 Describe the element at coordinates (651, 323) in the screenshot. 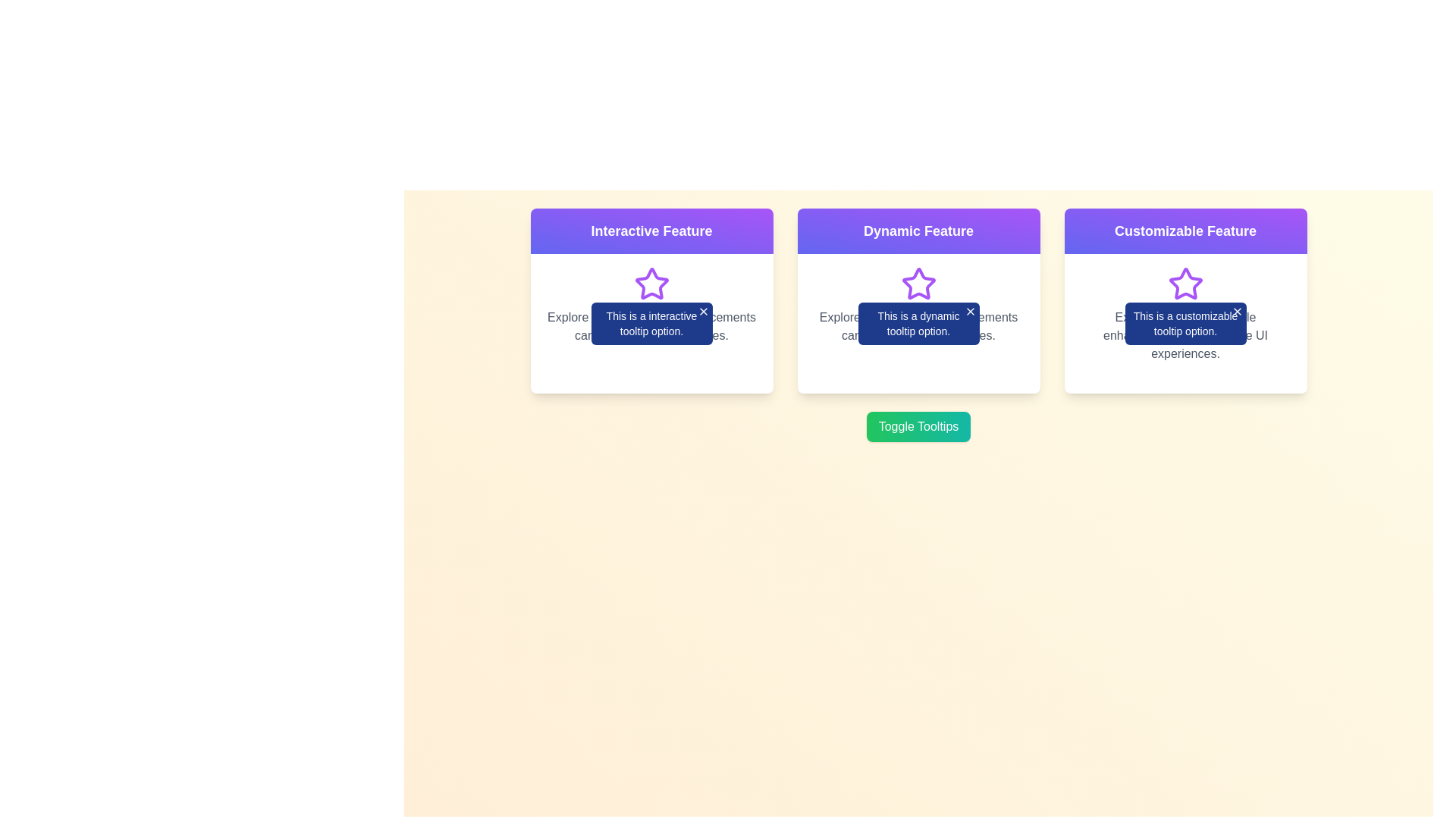

I see `the blue tooltip box that displays 'This is a interactive tooltip option.' located within the 'Interactive Feature' card` at that location.